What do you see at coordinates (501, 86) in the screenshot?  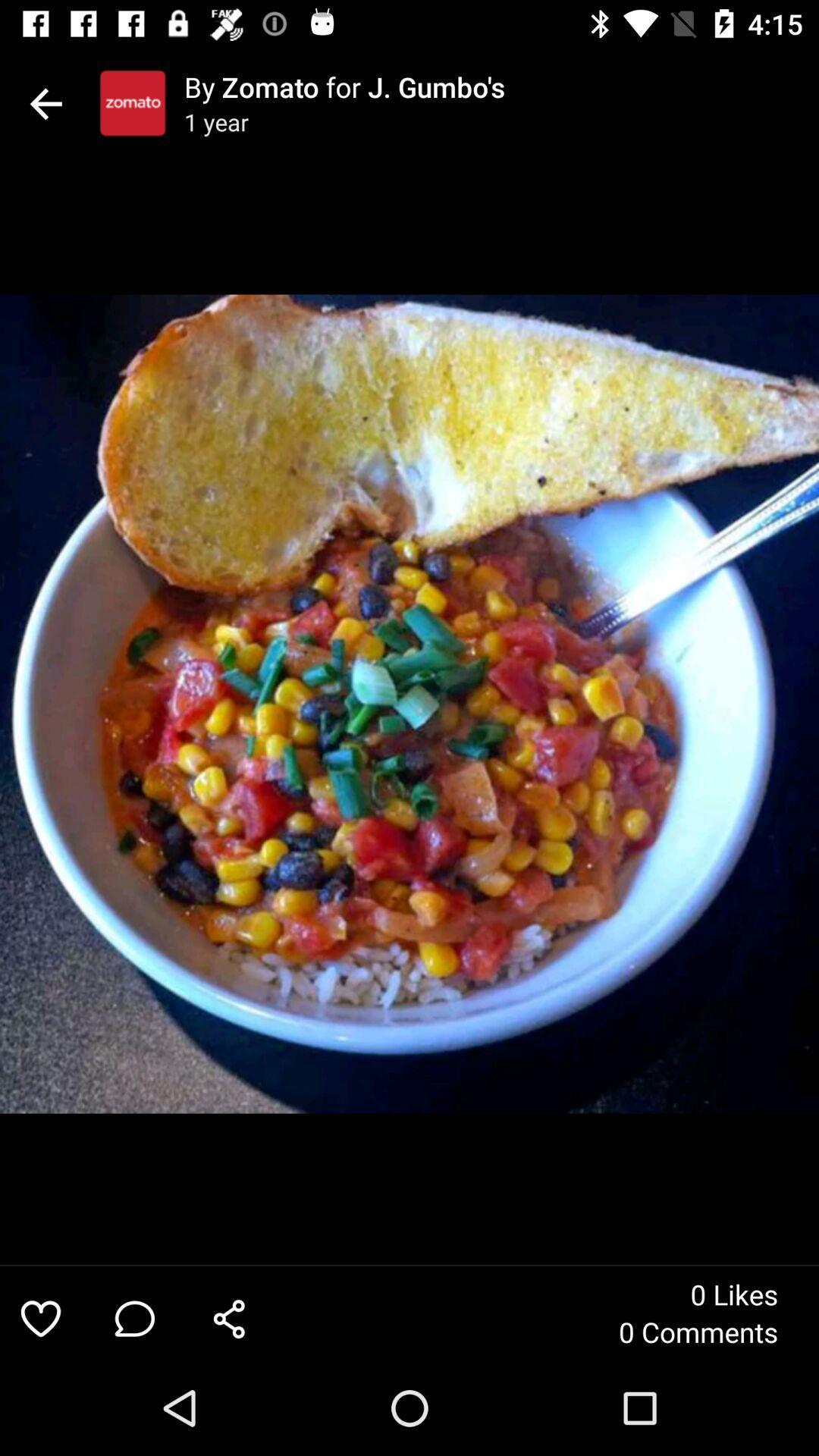 I see `the by zomato for` at bounding box center [501, 86].